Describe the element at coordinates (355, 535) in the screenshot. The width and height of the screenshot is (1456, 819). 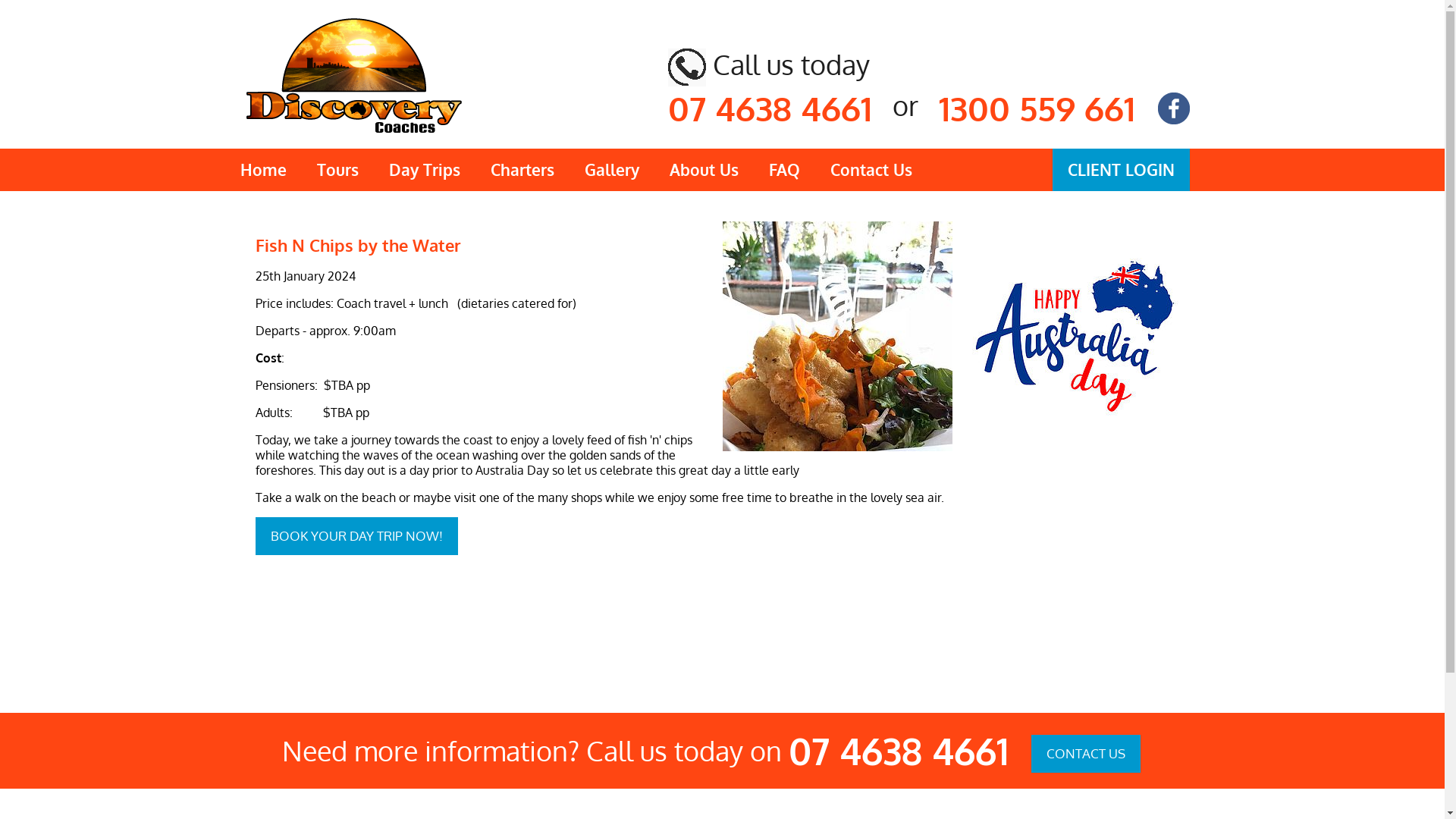
I see `'BOOK YOUR DAY TRIP NOW!'` at that location.